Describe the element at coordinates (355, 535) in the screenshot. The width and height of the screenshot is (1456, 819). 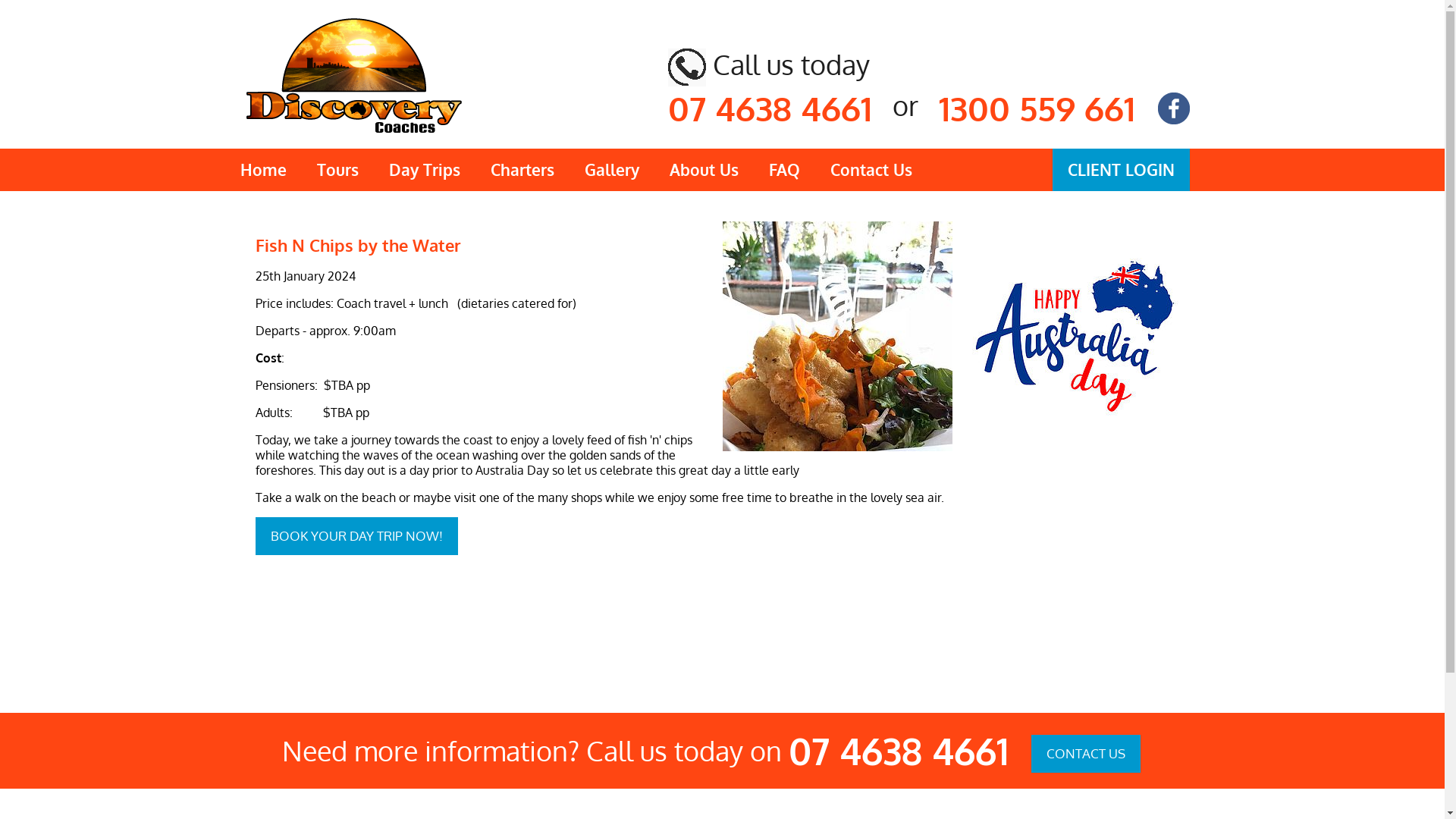
I see `'BOOK YOUR DAY TRIP NOW!'` at that location.